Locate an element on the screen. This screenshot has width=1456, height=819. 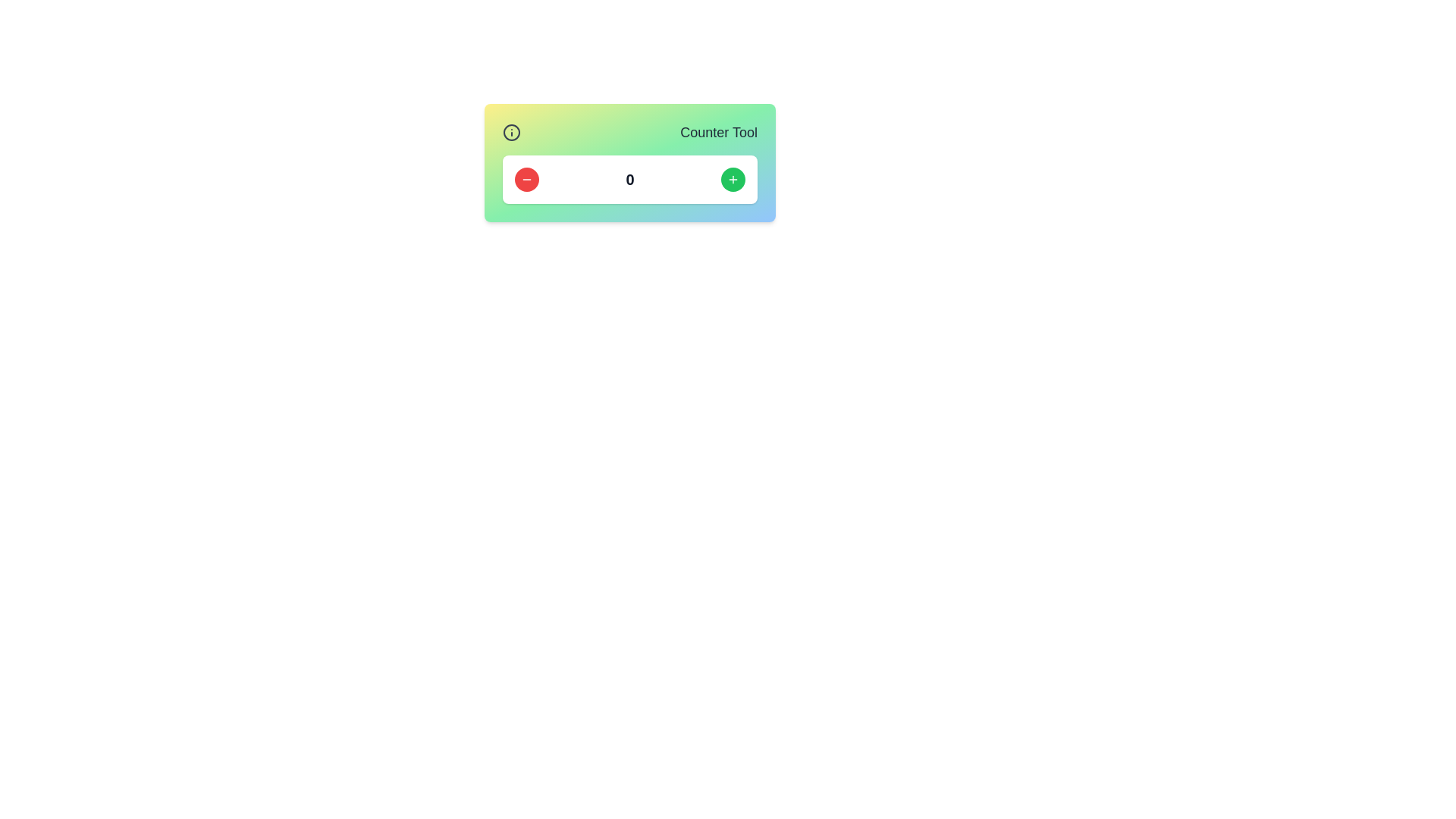
the plus sign button with a green background located at the top-right corner of the 'Counter Tool' section for keyboard interaction is located at coordinates (733, 178).